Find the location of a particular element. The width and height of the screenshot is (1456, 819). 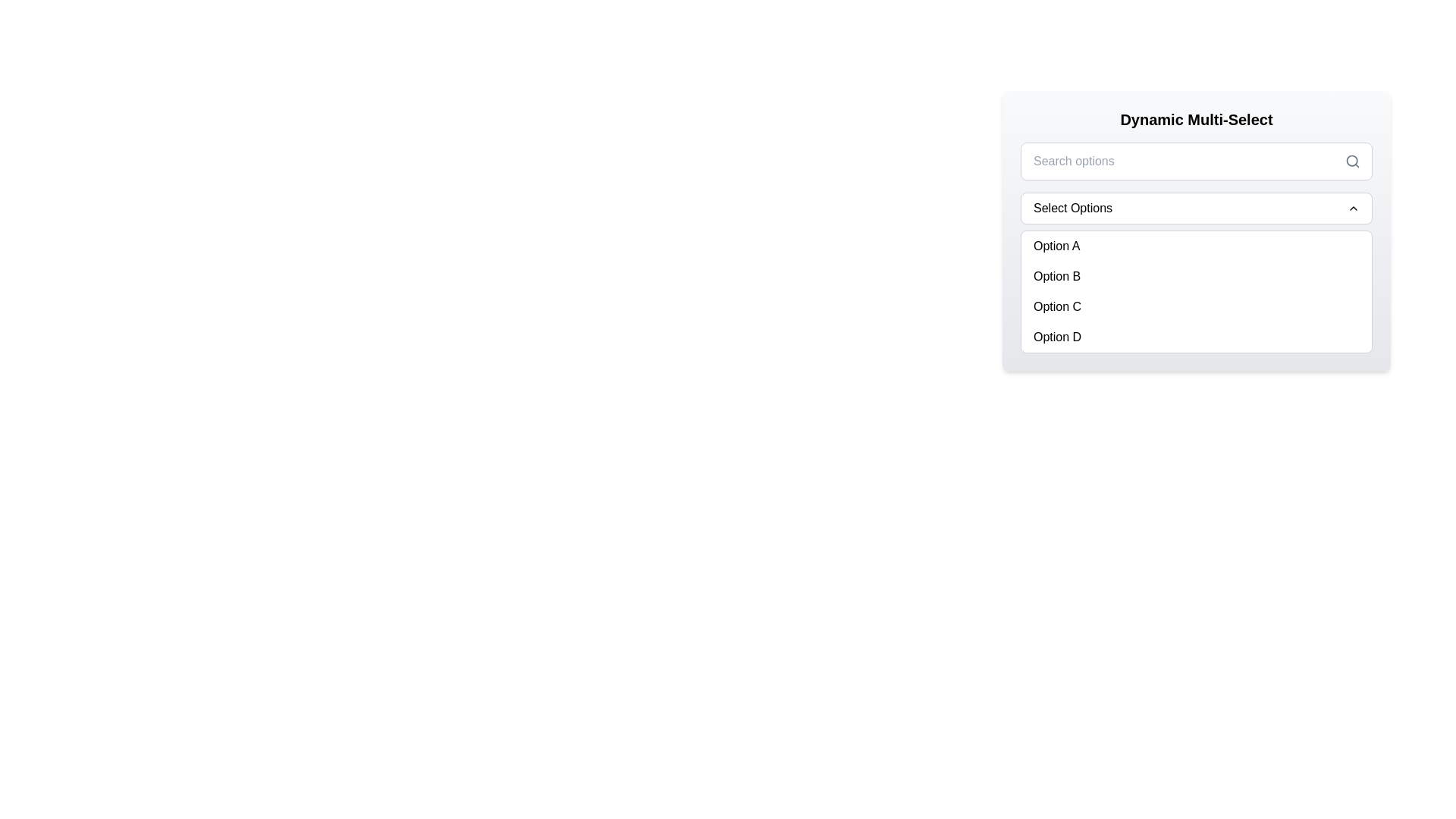

to select the dropdown menu option labeled 'Option B', which is the second item in the list of four options is located at coordinates (1196, 277).